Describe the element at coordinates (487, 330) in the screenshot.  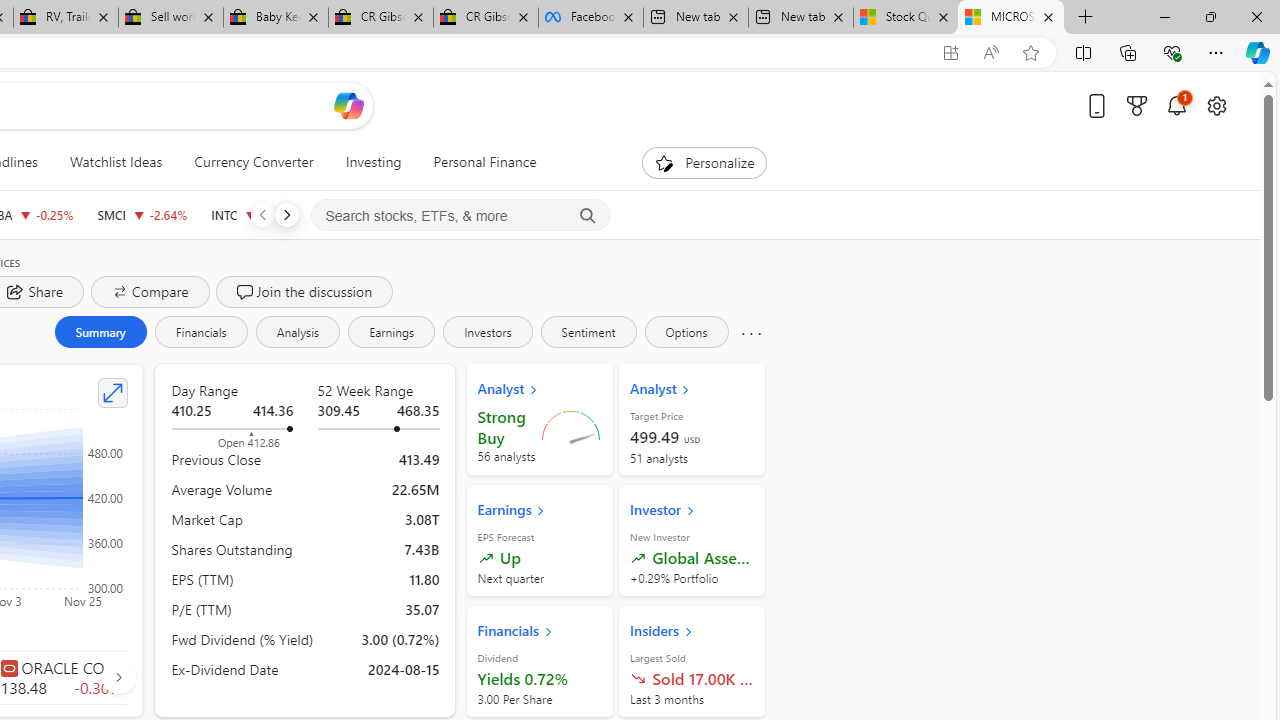
I see `'Investors'` at that location.